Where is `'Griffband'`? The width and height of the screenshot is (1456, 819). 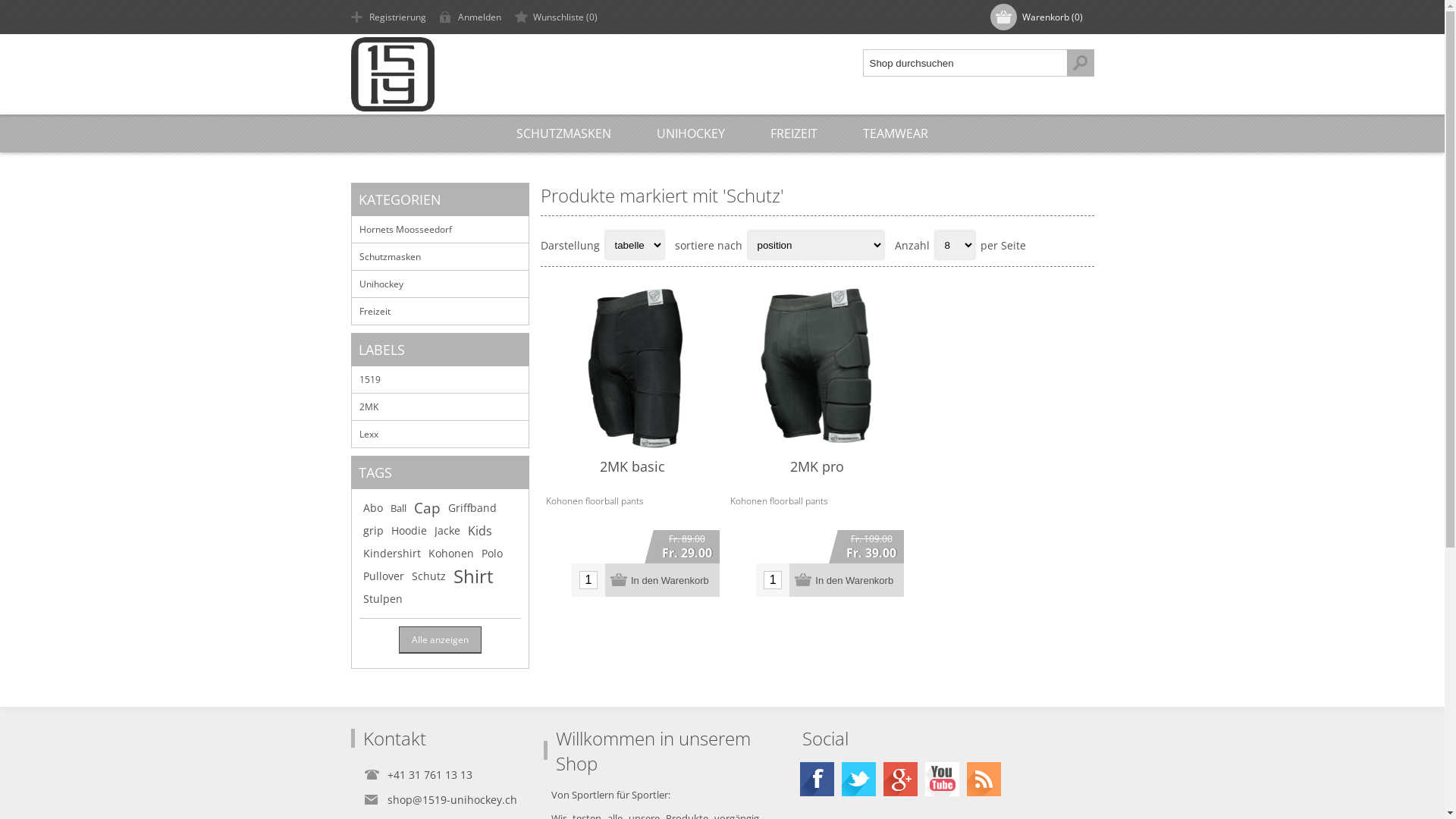 'Griffband' is located at coordinates (447, 508).